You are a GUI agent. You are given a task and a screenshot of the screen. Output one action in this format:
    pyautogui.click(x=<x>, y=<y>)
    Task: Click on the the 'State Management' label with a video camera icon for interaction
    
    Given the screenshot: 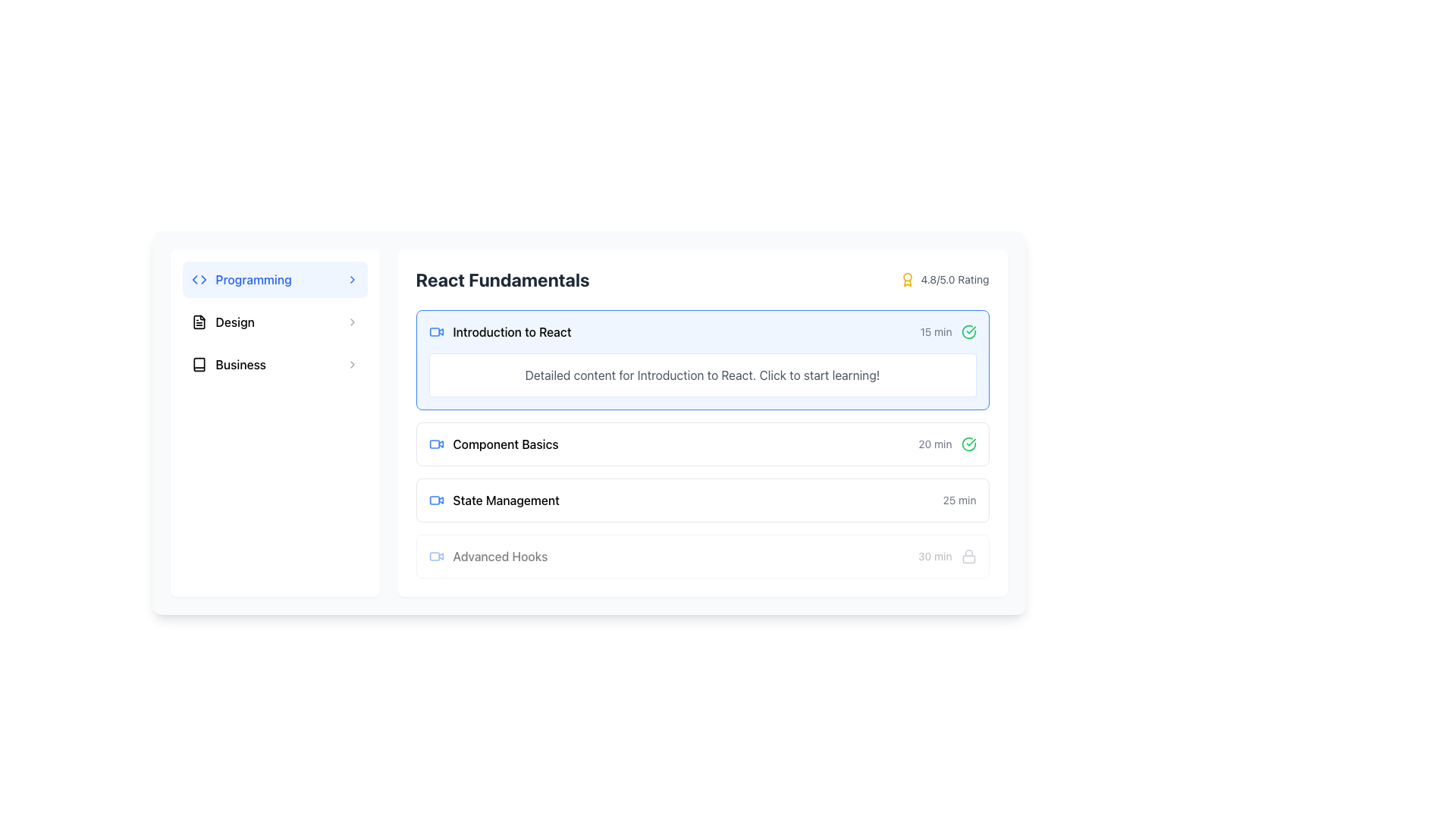 What is the action you would take?
    pyautogui.click(x=494, y=500)
    